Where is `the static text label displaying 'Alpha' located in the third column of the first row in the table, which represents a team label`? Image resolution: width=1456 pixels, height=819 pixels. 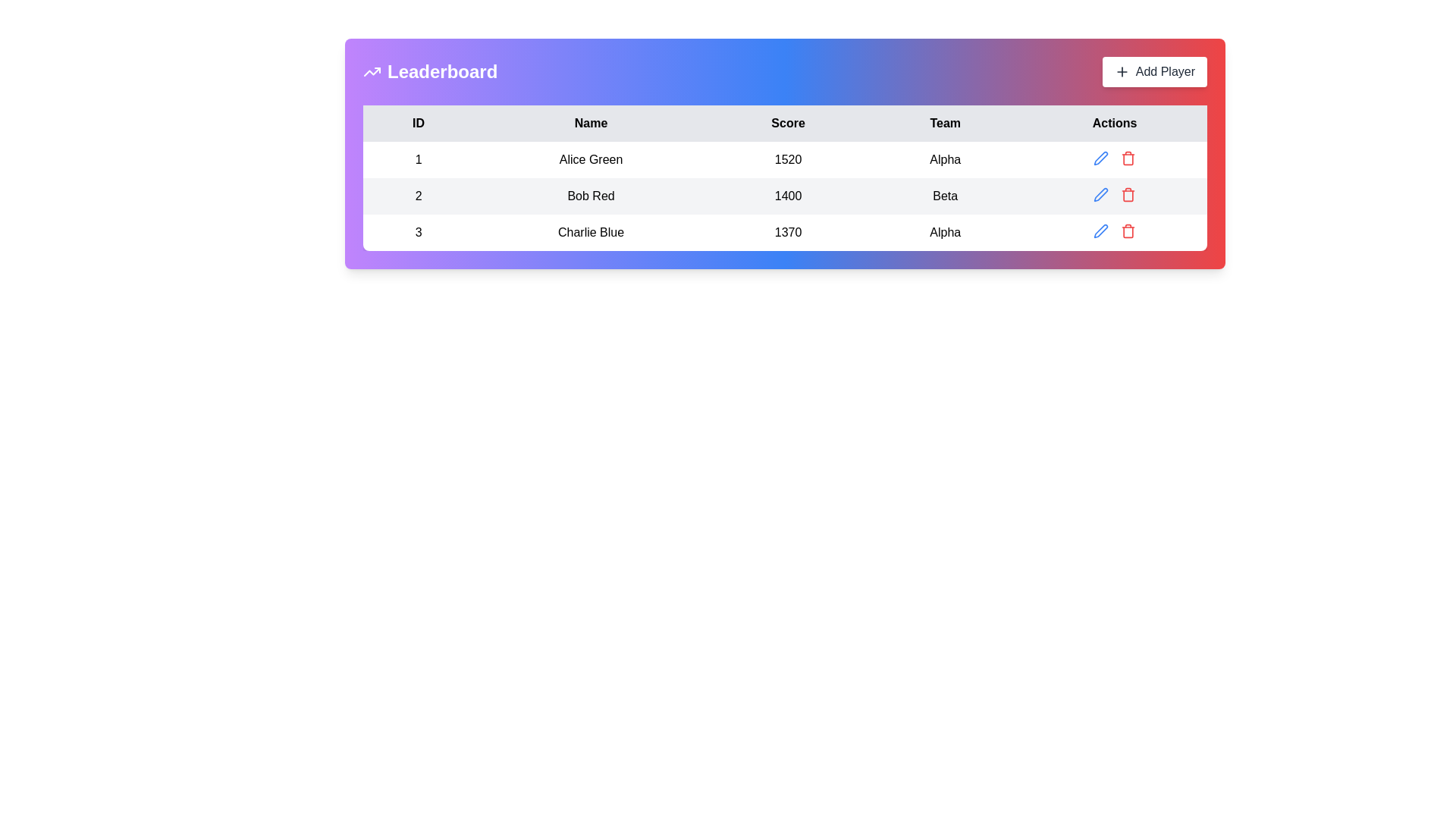
the static text label displaying 'Alpha' located in the third column of the first row in the table, which represents a team label is located at coordinates (944, 160).